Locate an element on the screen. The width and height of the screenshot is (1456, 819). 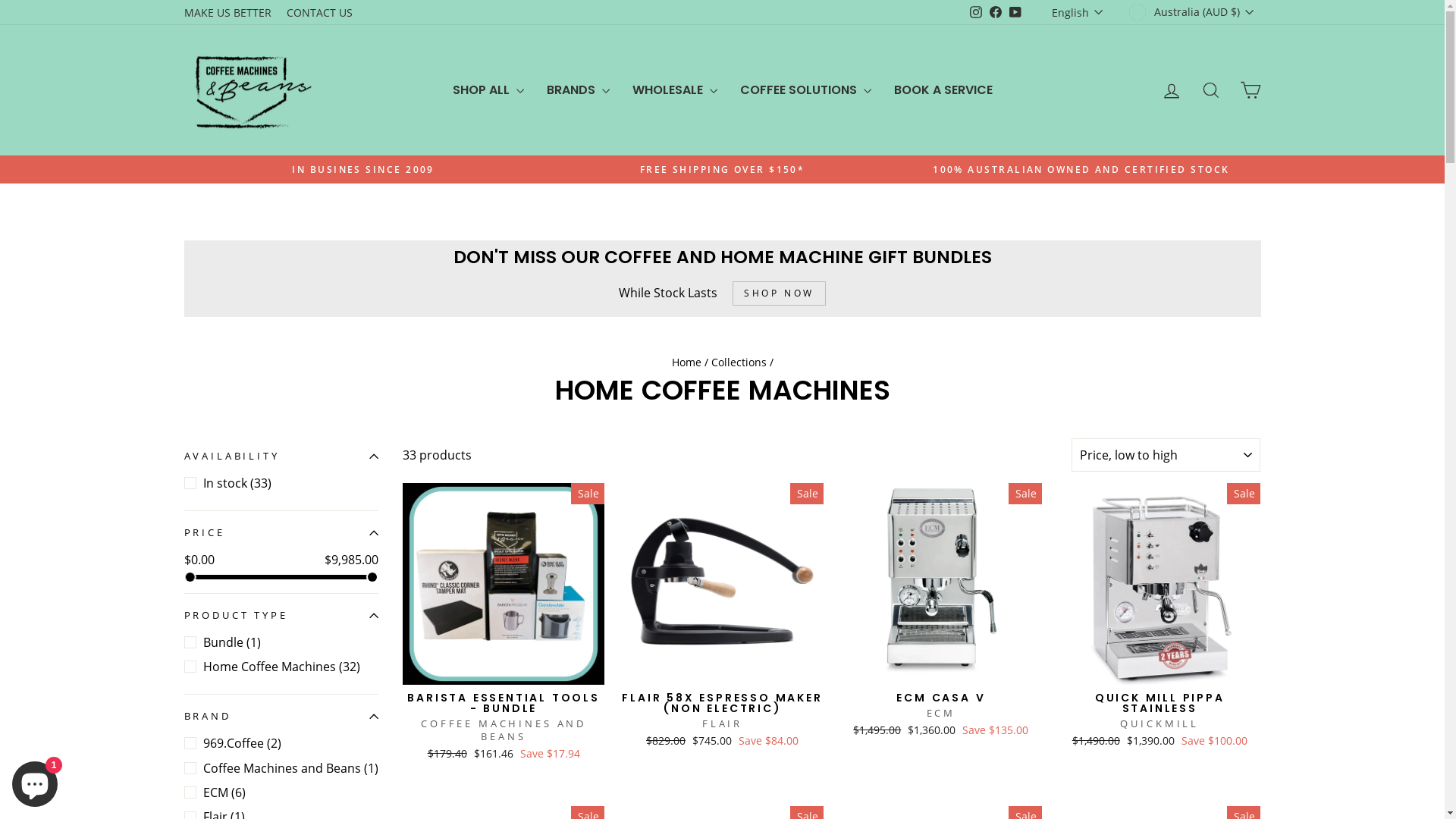
'MAKE US BETTER' is located at coordinates (226, 12).